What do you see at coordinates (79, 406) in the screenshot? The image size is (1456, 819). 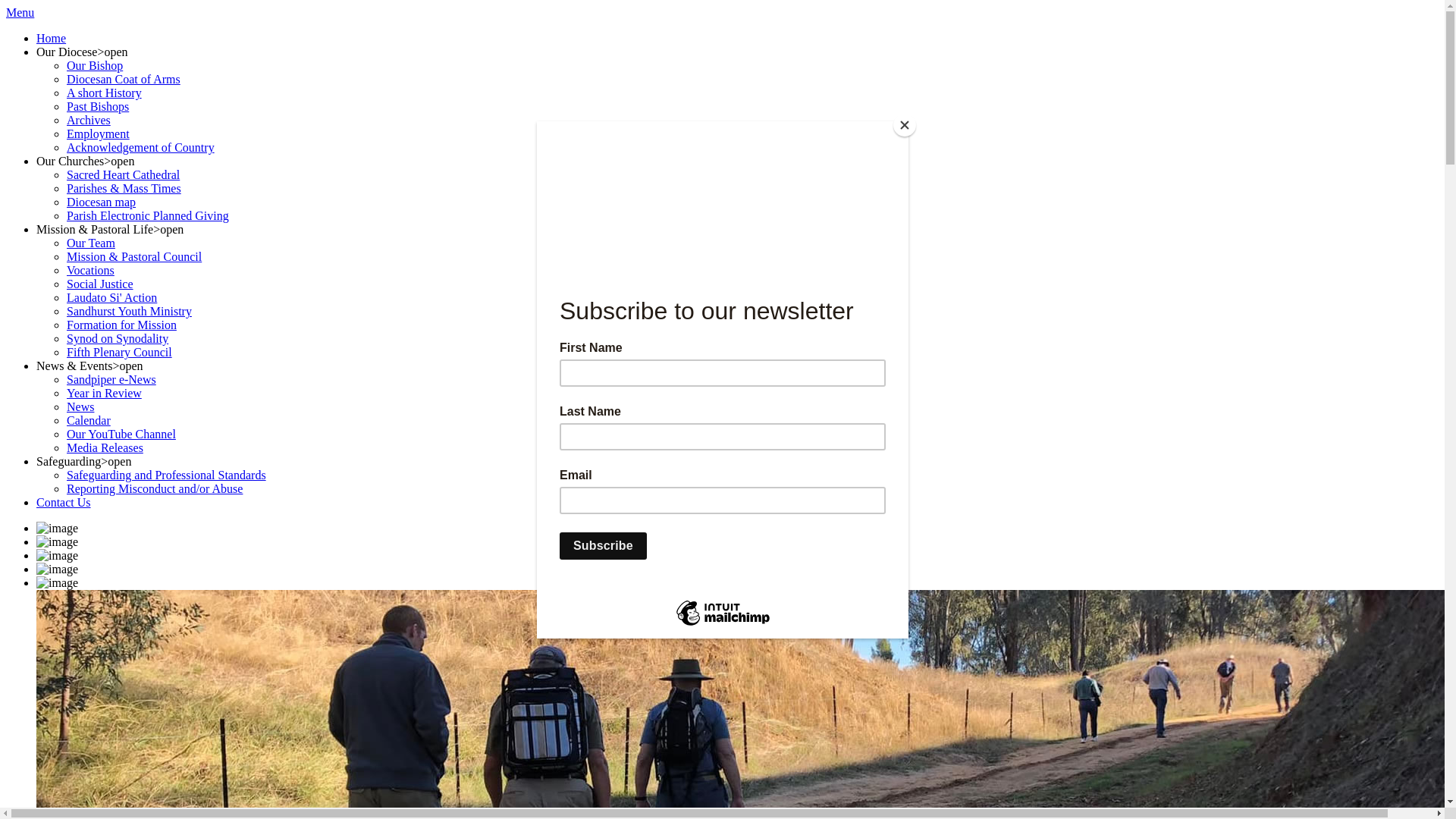 I see `'News'` at bounding box center [79, 406].